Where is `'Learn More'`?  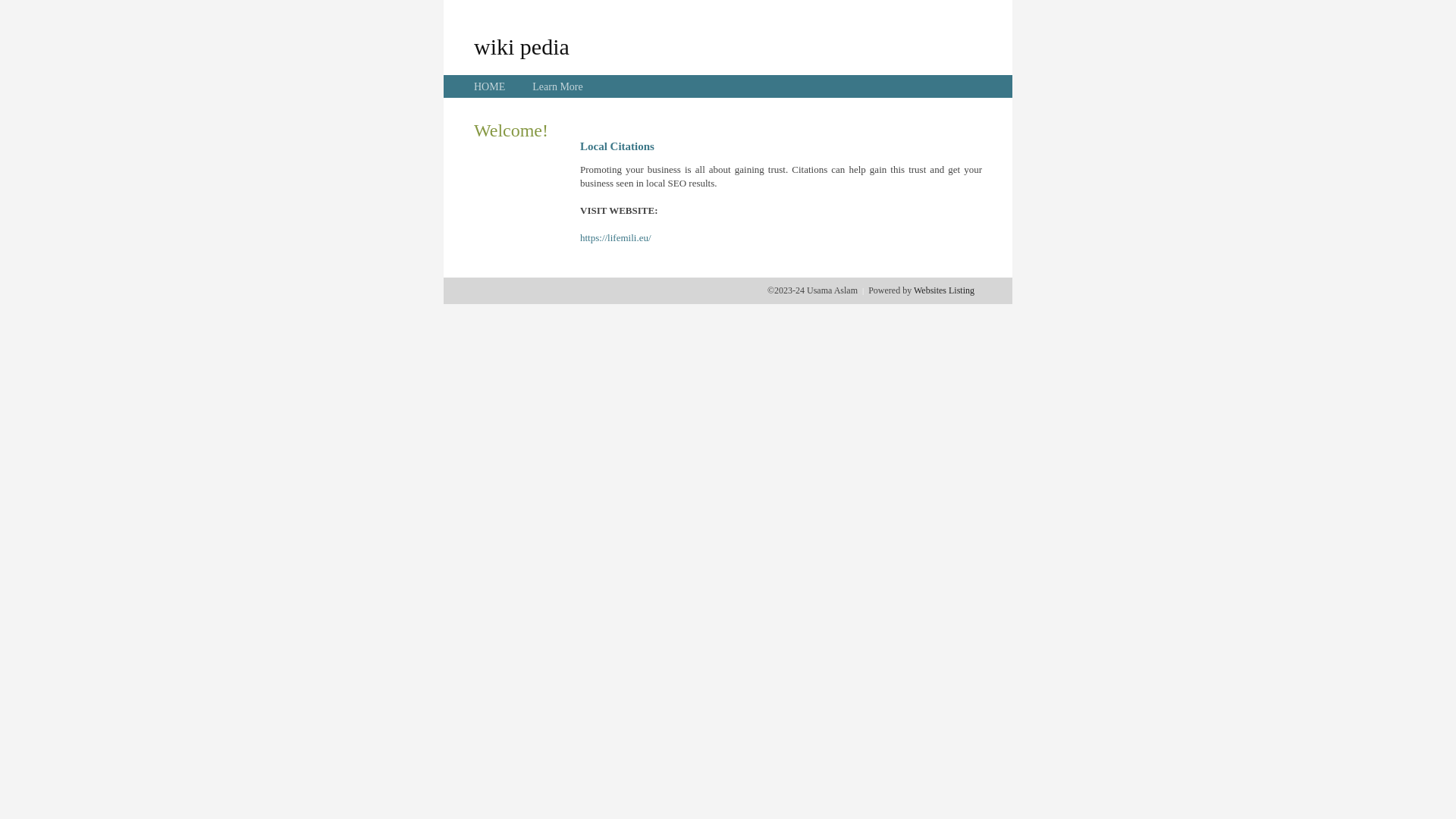
'Learn More' is located at coordinates (532, 86).